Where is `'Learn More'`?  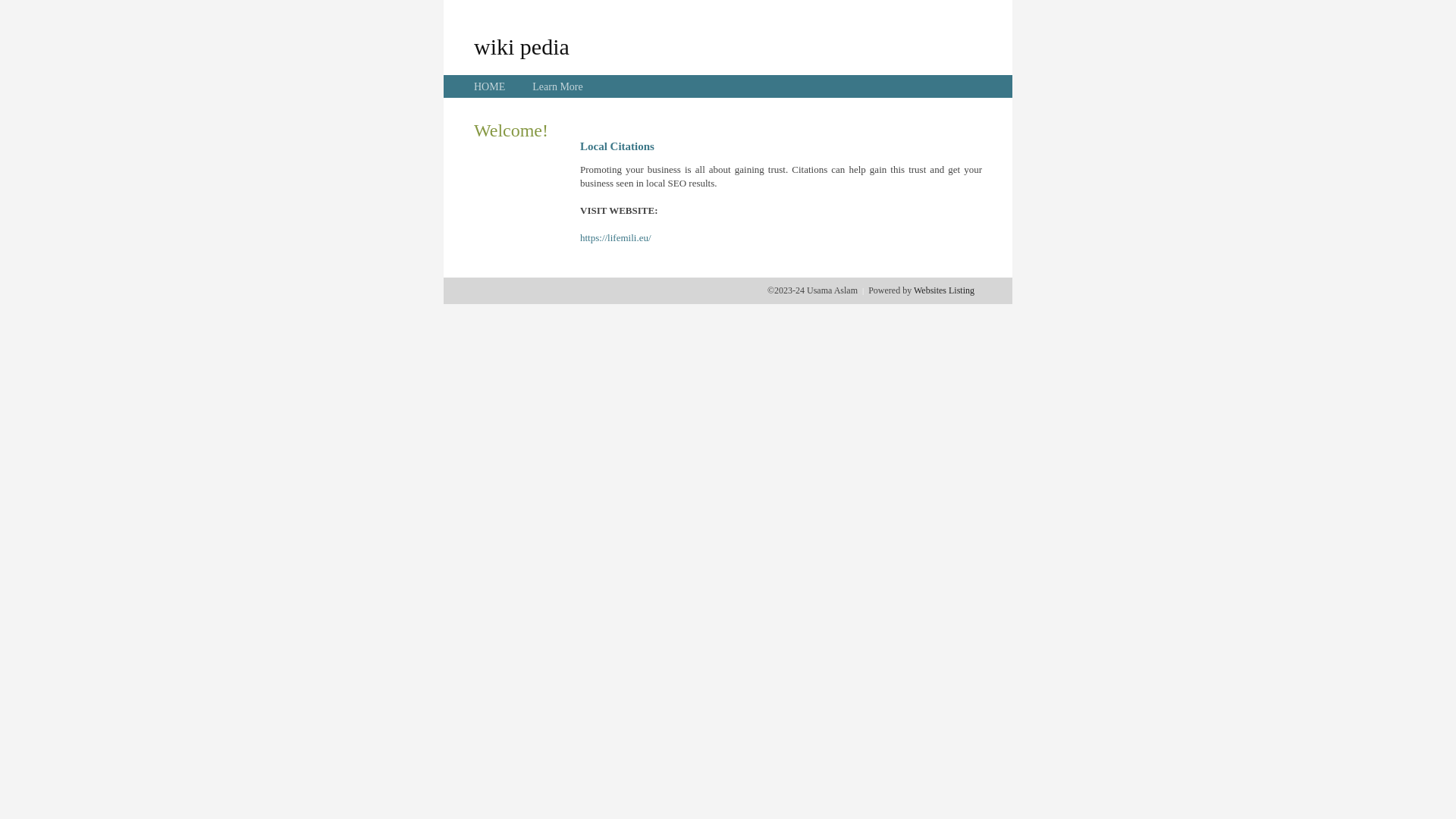
'Learn More' is located at coordinates (532, 86).